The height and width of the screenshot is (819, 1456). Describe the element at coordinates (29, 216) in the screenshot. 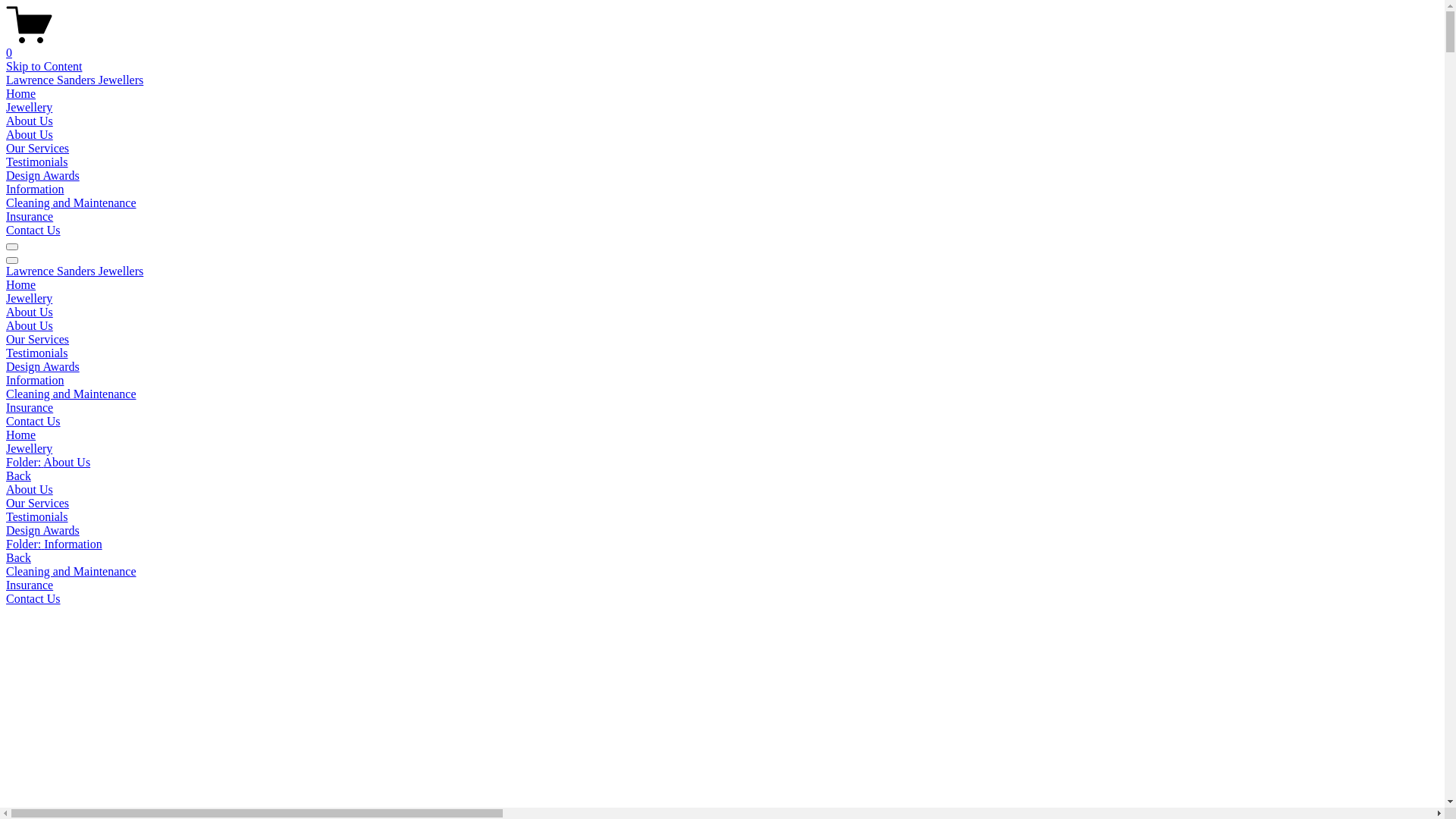

I see `'Insurance'` at that location.